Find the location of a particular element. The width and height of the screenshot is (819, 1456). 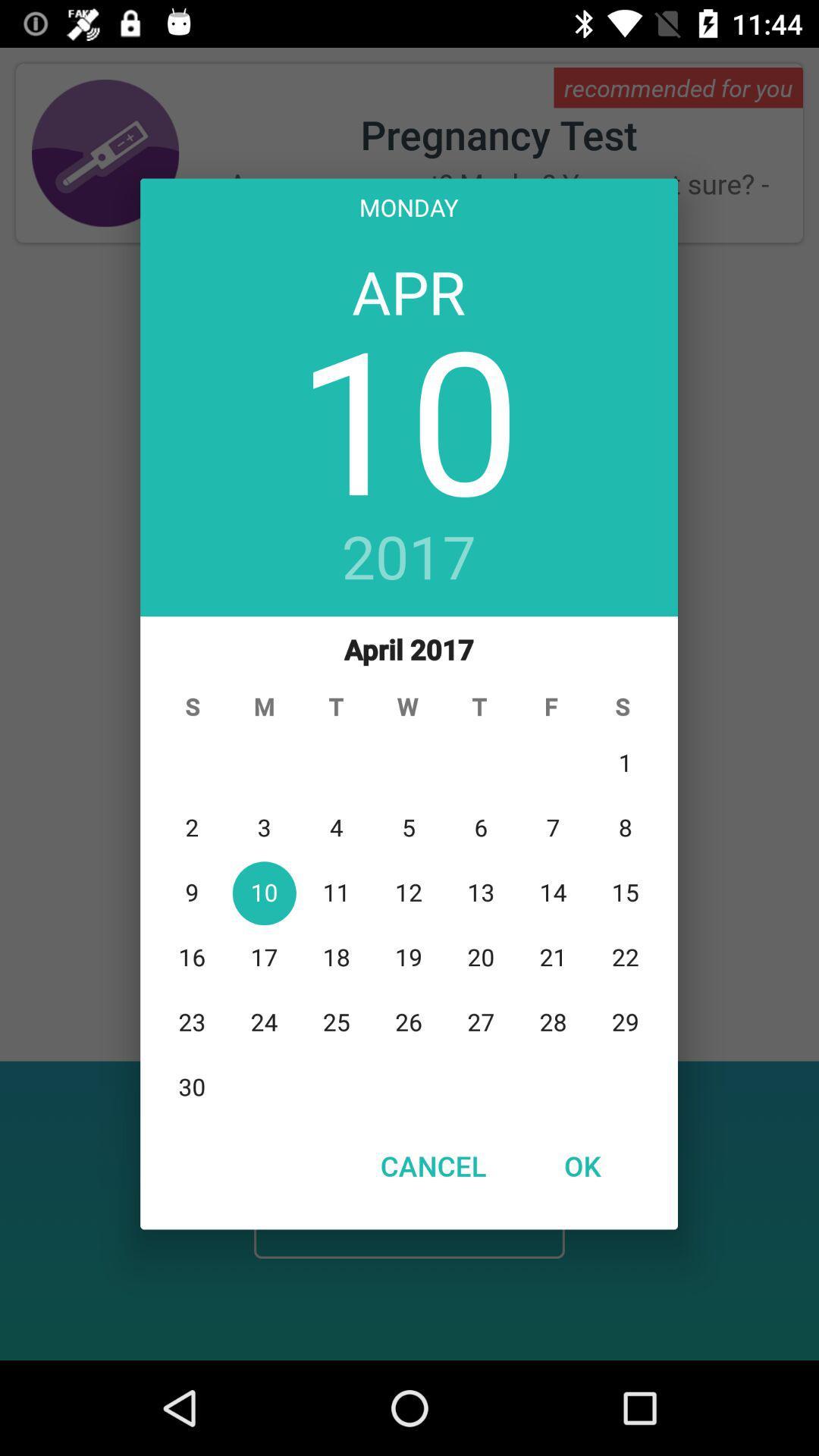

icon above the cancel item is located at coordinates (408, 867).